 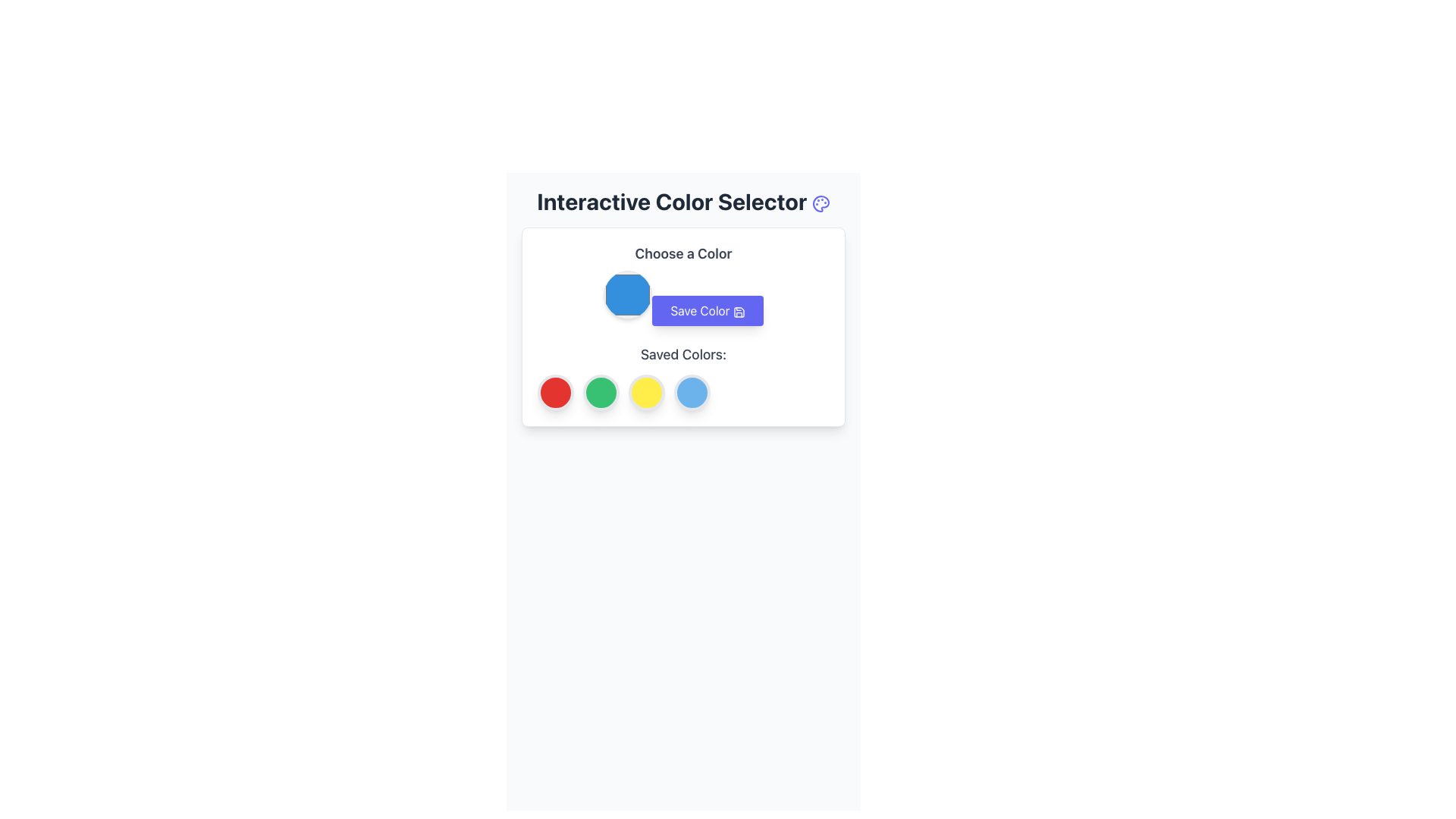 What do you see at coordinates (739, 311) in the screenshot?
I see `the save icon located to the right of the text within the 'Save Color' button in the panel` at bounding box center [739, 311].